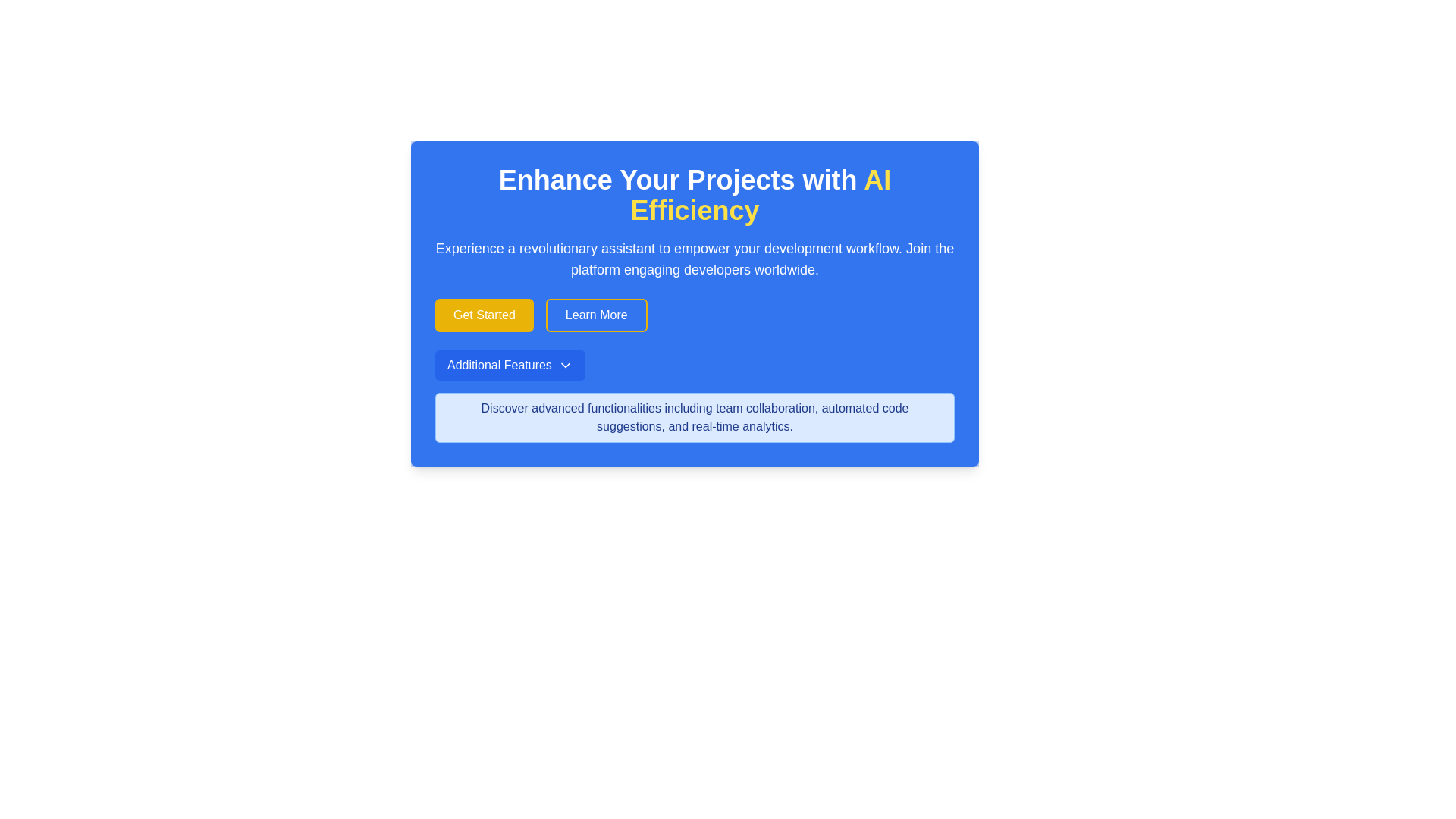  I want to click on the button located immediately to the right of the 'Get Started' yellow button, which triggers a hover effect, so click(595, 315).